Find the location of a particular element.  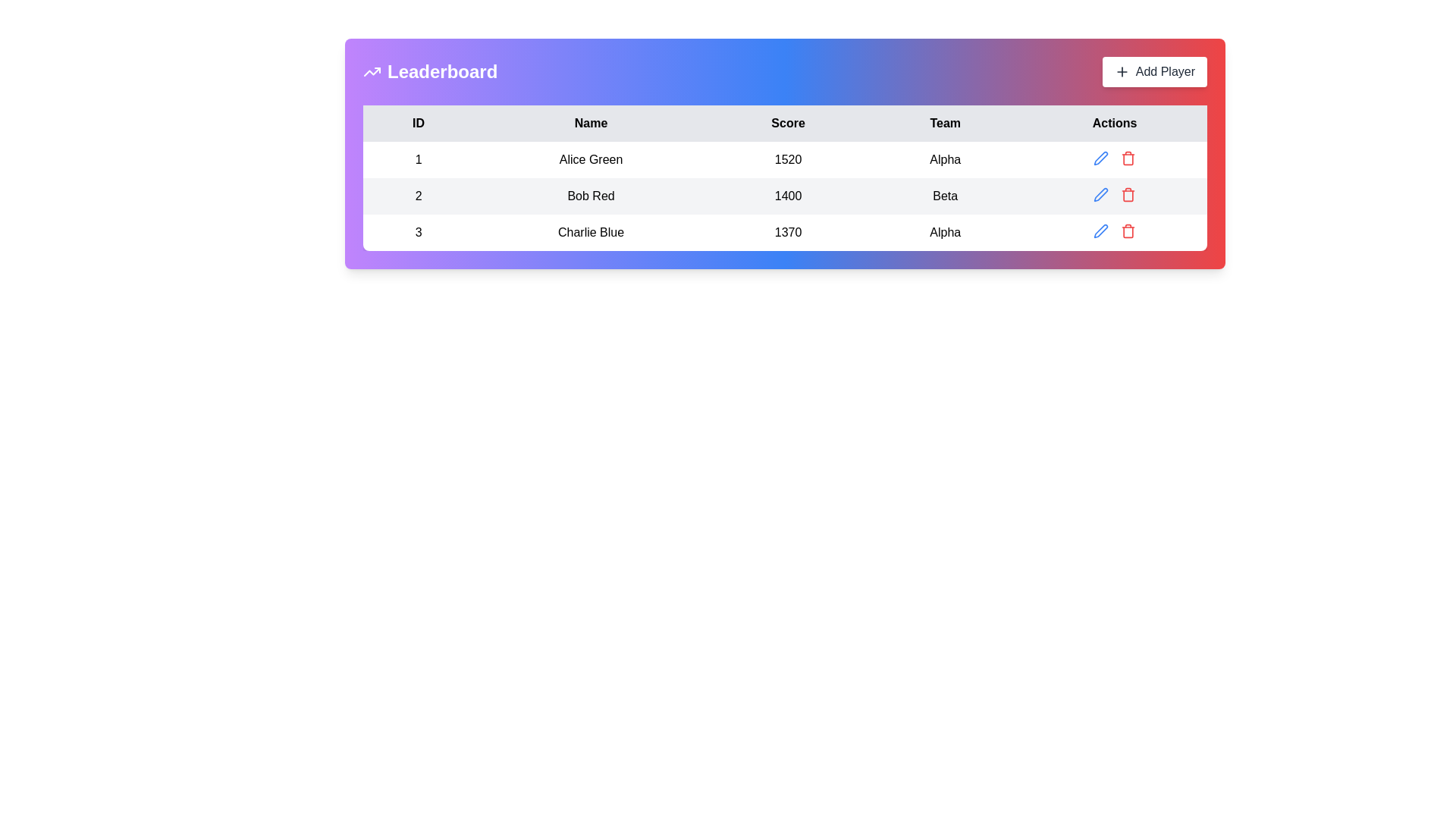

the static text displaying '1520' in the 'Score' column for the row labeled 'Alice Green' within the table is located at coordinates (788, 160).